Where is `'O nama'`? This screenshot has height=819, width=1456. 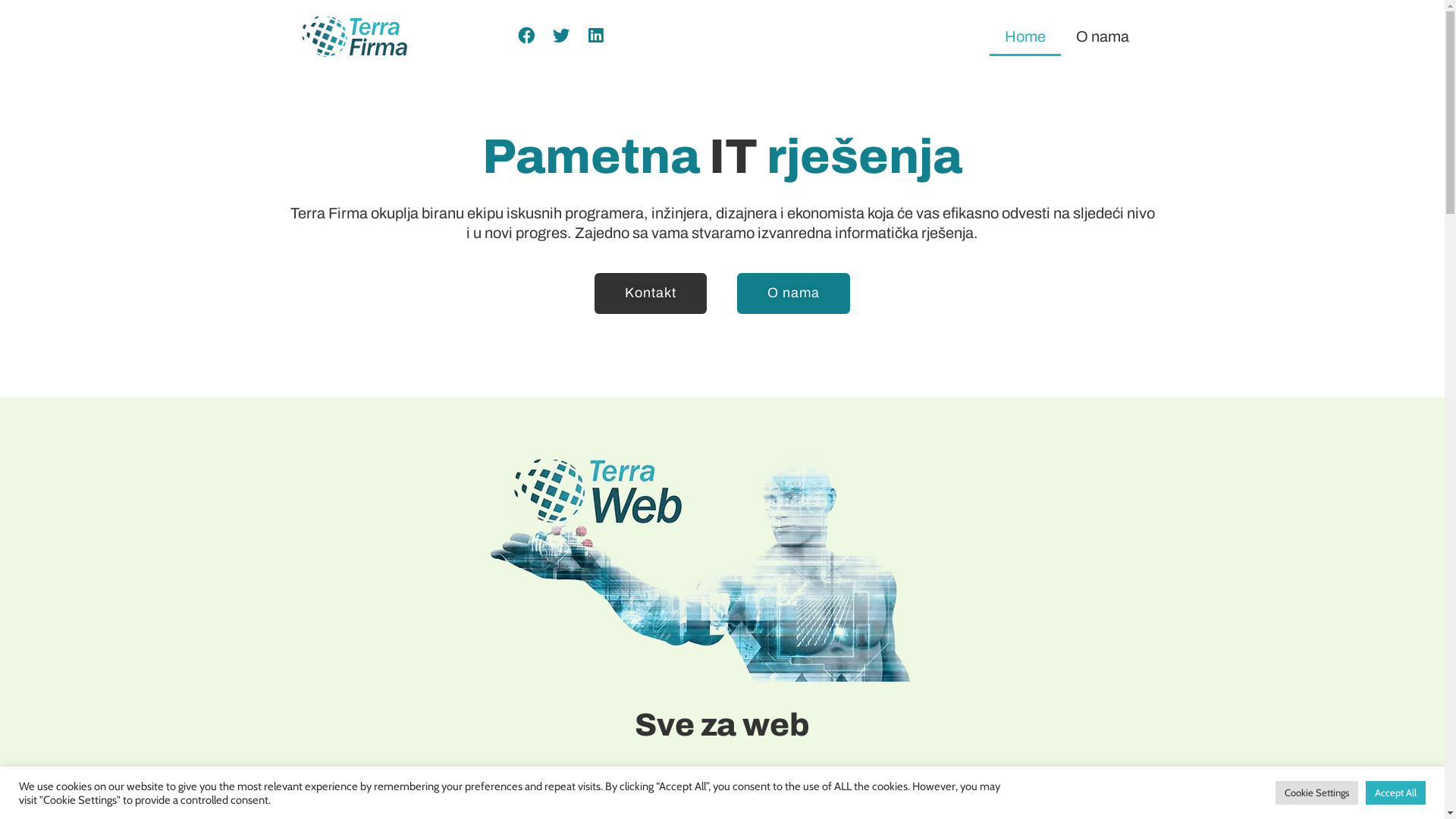 'O nama' is located at coordinates (792, 293).